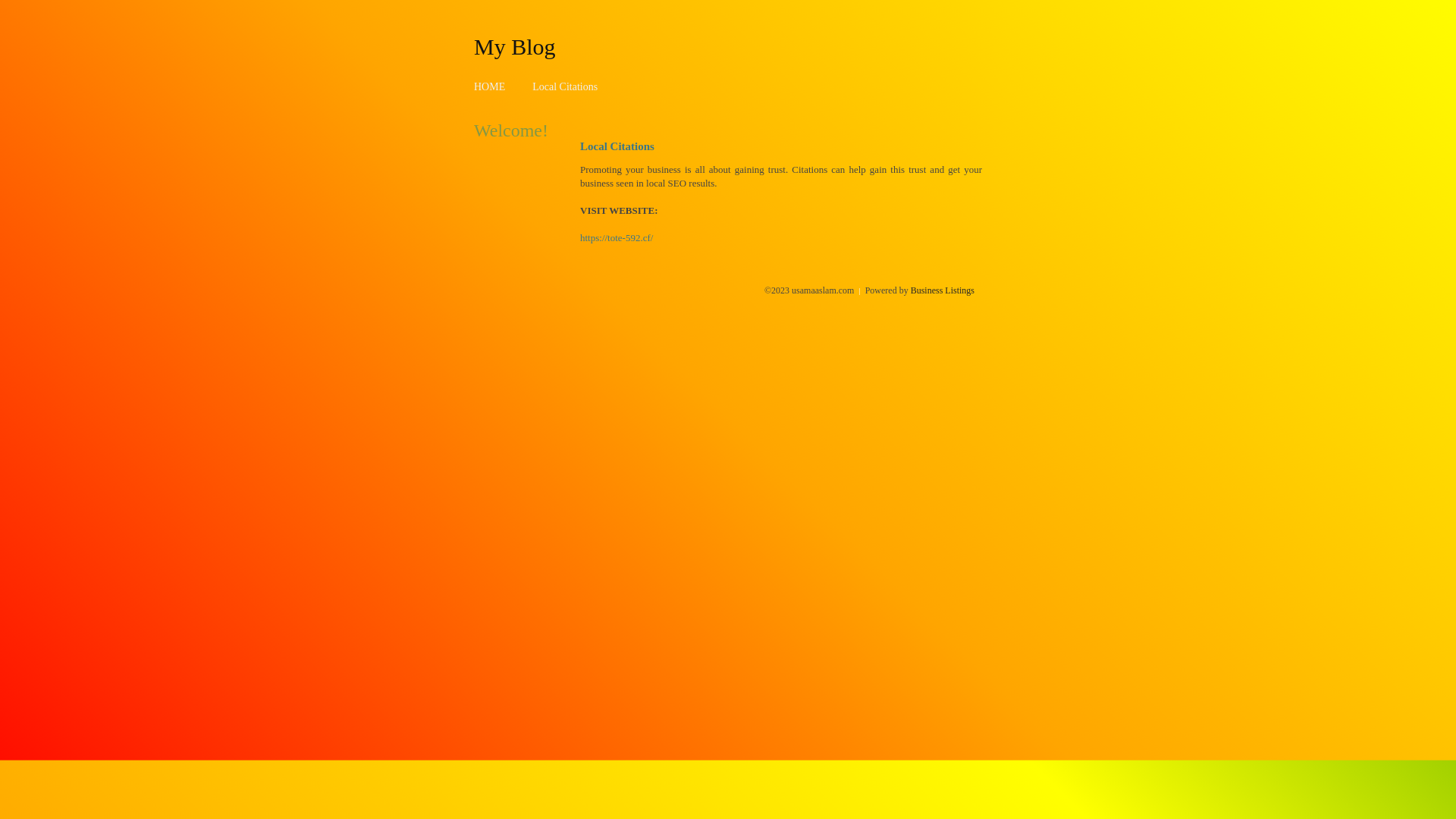 Image resolution: width=1456 pixels, height=819 pixels. Describe the element at coordinates (616, 237) in the screenshot. I see `'https://tote-592.cf/'` at that location.